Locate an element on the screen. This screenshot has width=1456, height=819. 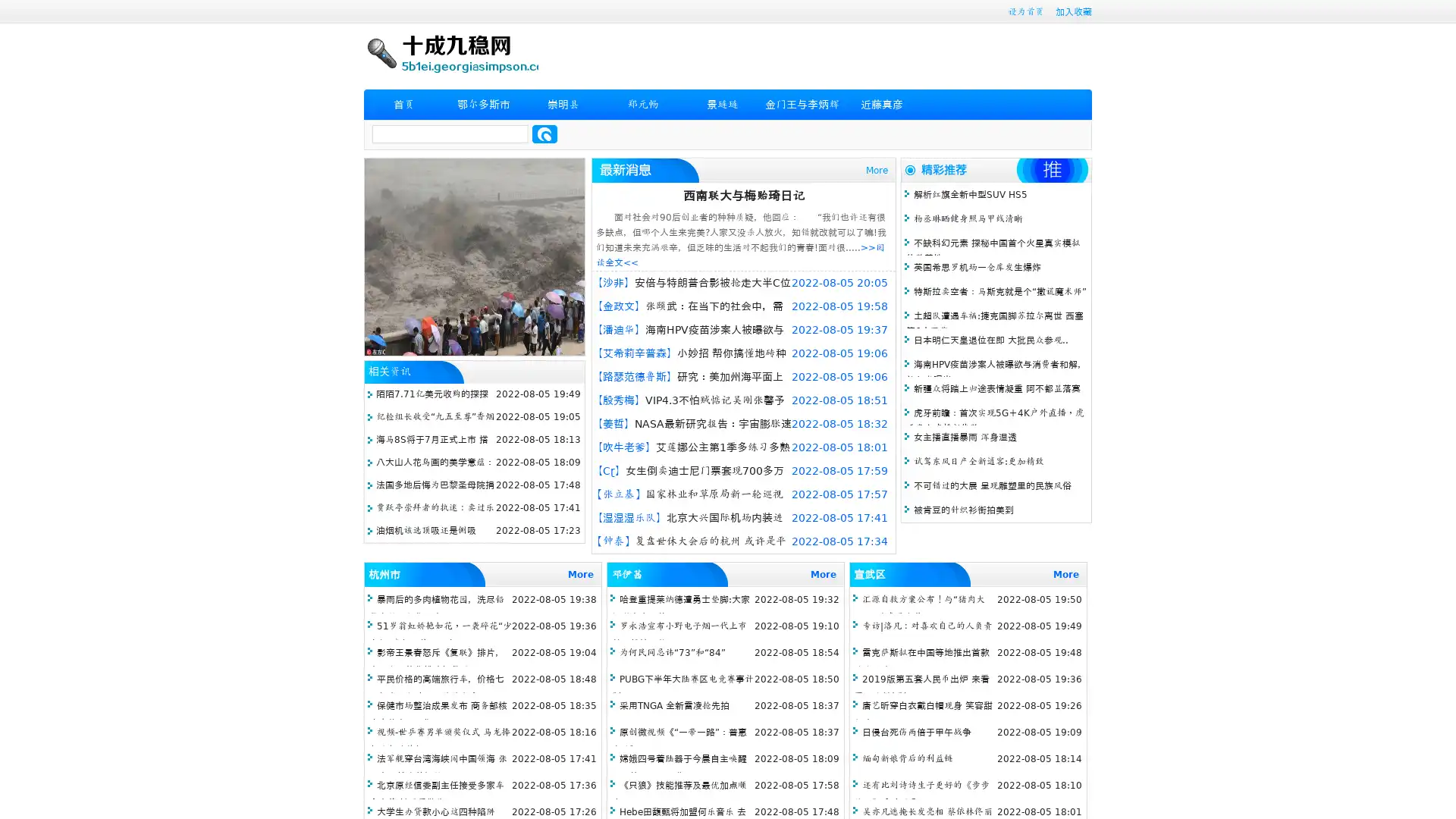
Search is located at coordinates (544, 133).